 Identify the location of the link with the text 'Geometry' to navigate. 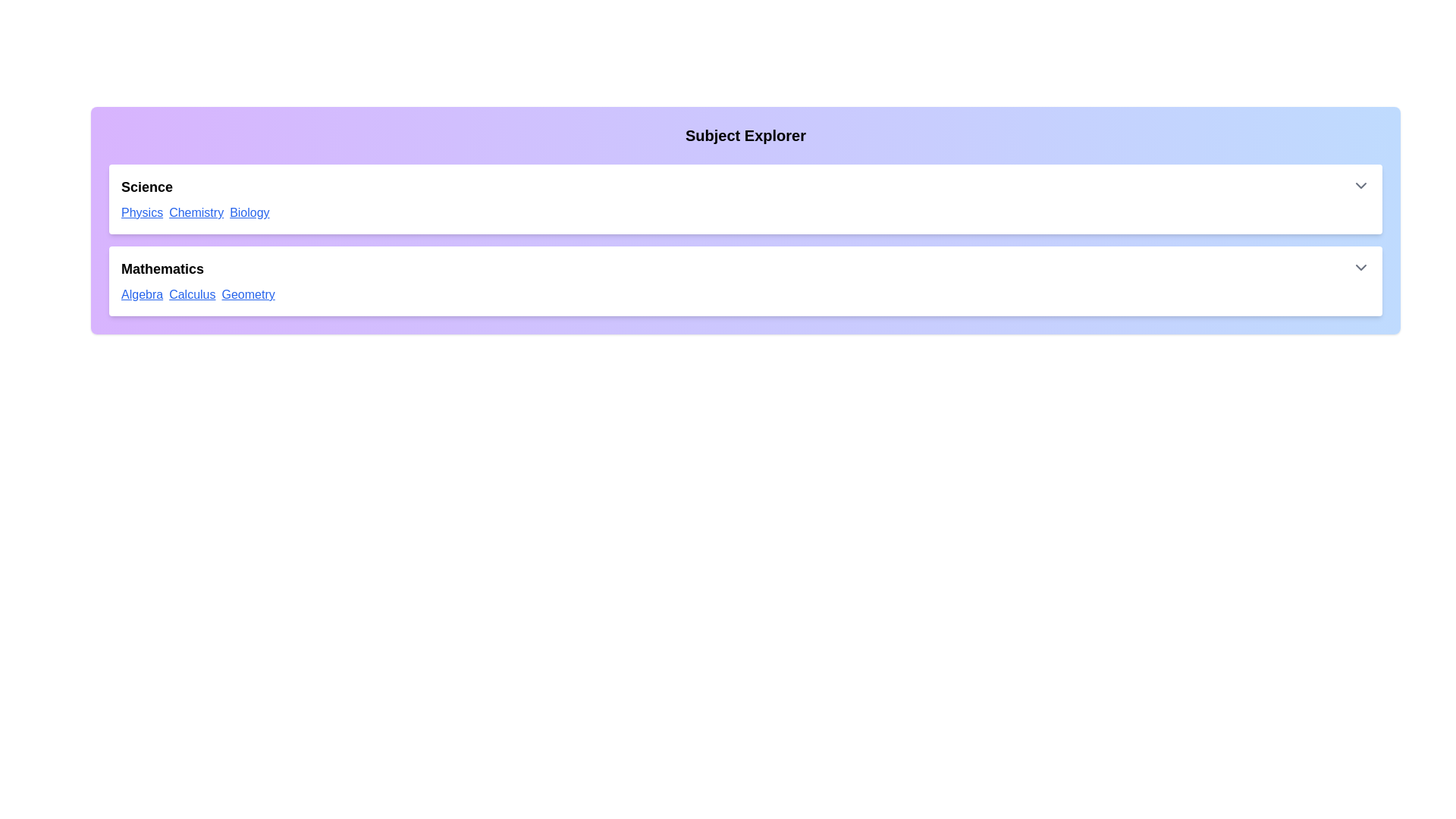
(248, 295).